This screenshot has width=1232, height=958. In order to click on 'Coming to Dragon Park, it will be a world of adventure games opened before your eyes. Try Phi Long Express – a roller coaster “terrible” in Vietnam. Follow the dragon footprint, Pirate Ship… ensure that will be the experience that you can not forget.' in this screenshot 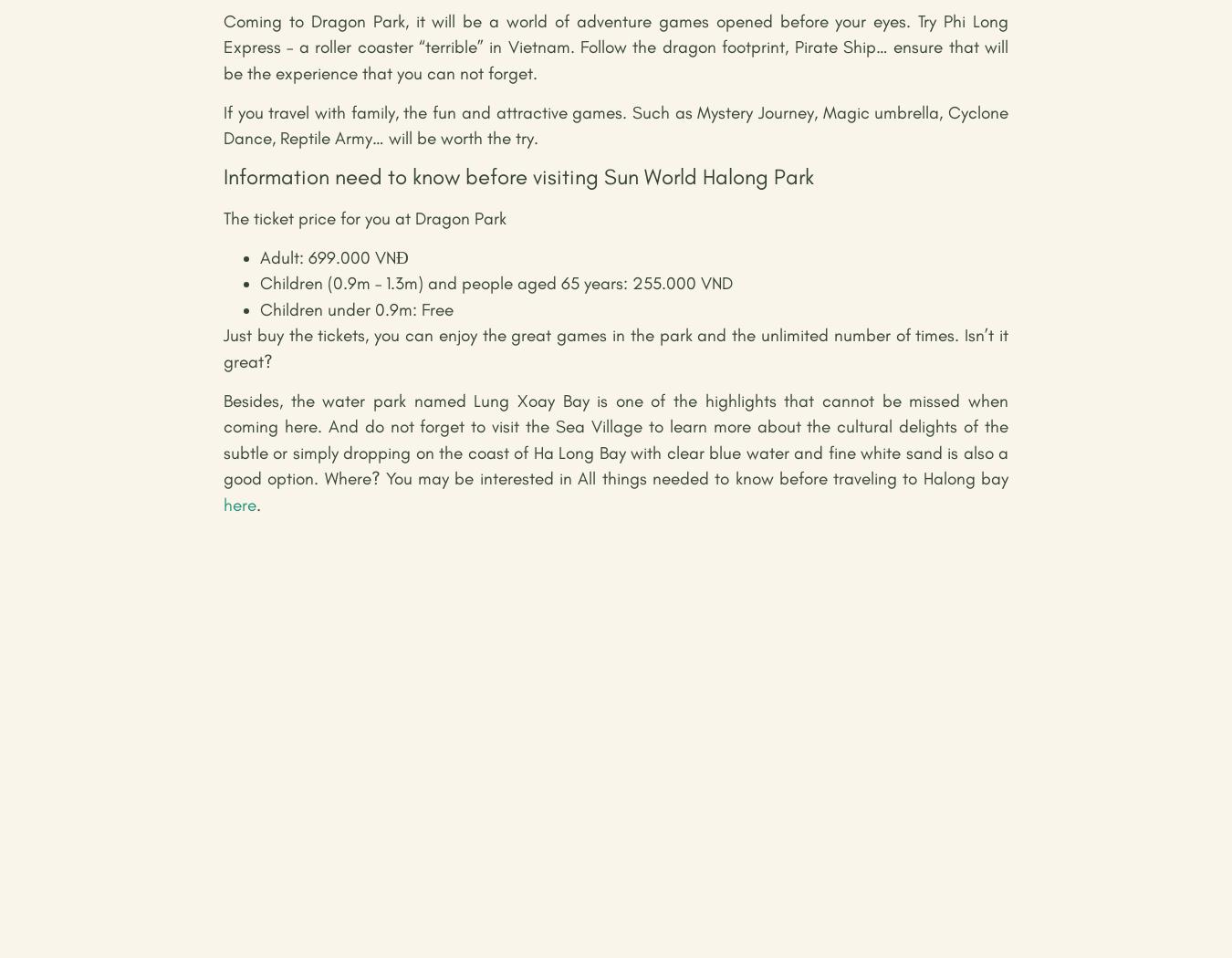, I will do `click(616, 46)`.